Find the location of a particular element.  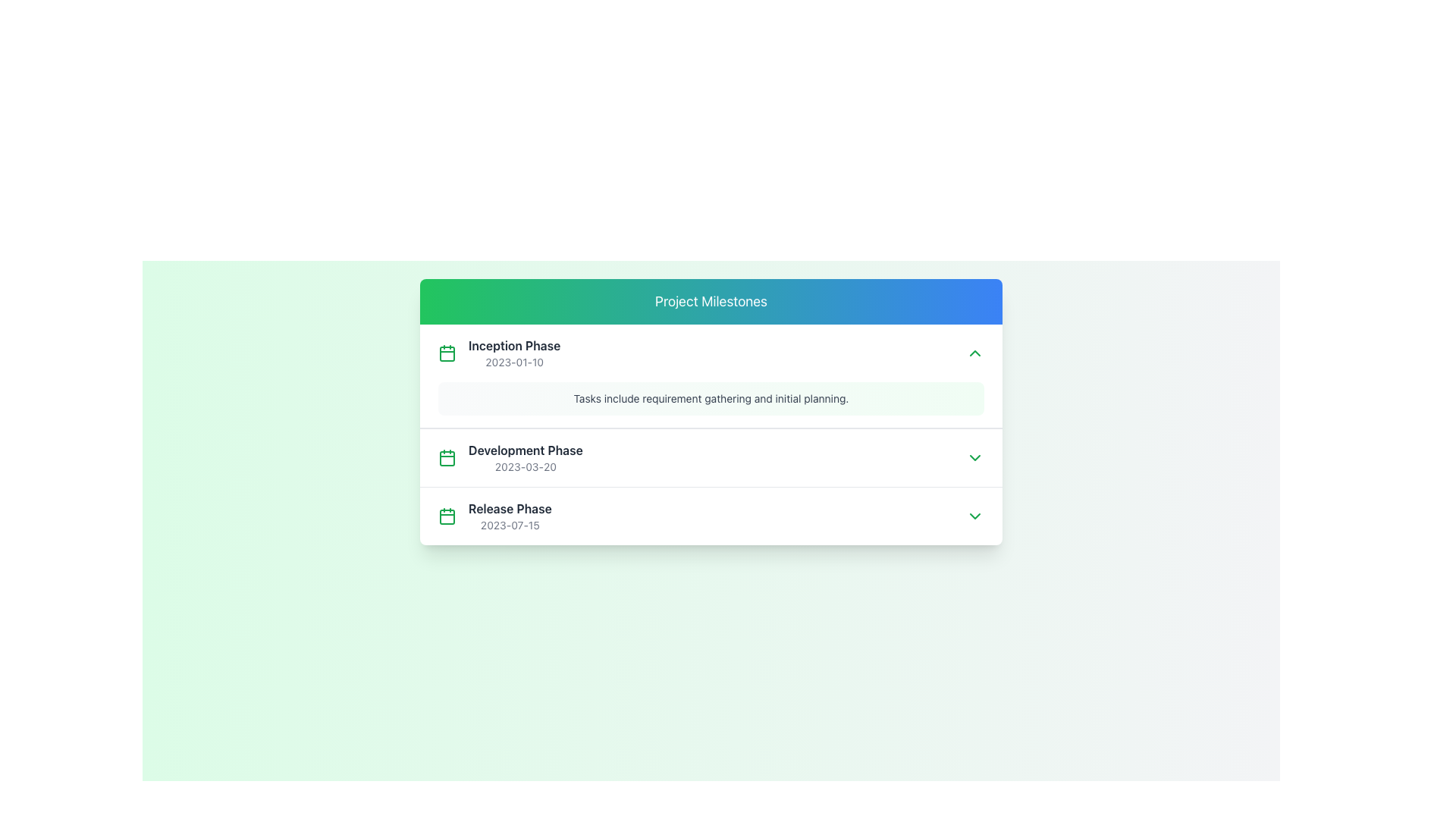

the text label displaying 'Tasks include requirement gathering and initial planning.' located in the 'Inception Phase' section of the 'Project Milestones' interface is located at coordinates (710, 397).